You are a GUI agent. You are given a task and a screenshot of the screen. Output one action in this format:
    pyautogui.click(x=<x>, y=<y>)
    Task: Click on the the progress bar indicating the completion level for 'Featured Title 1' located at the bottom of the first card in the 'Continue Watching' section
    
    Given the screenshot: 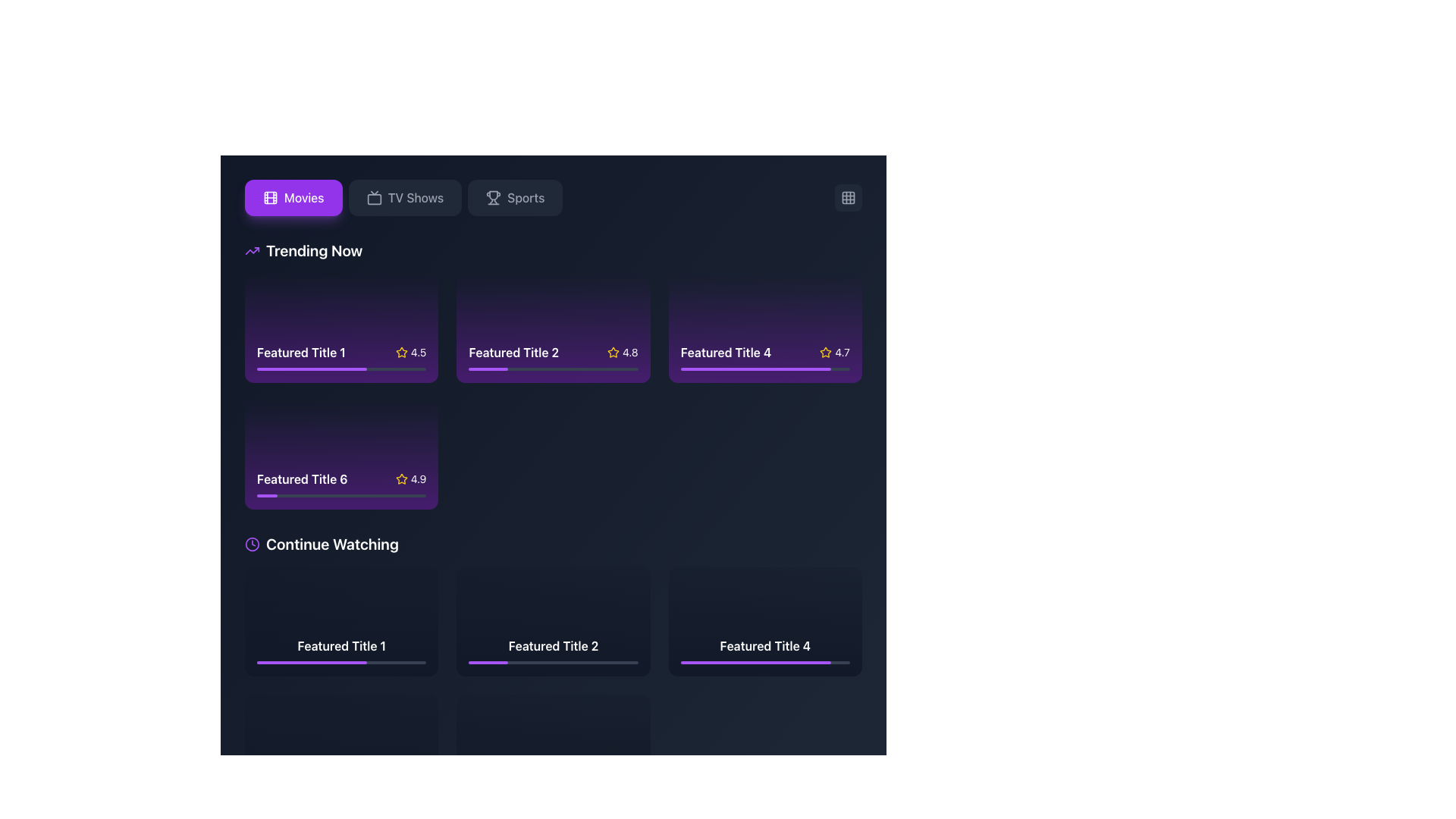 What is the action you would take?
    pyautogui.click(x=340, y=649)
    